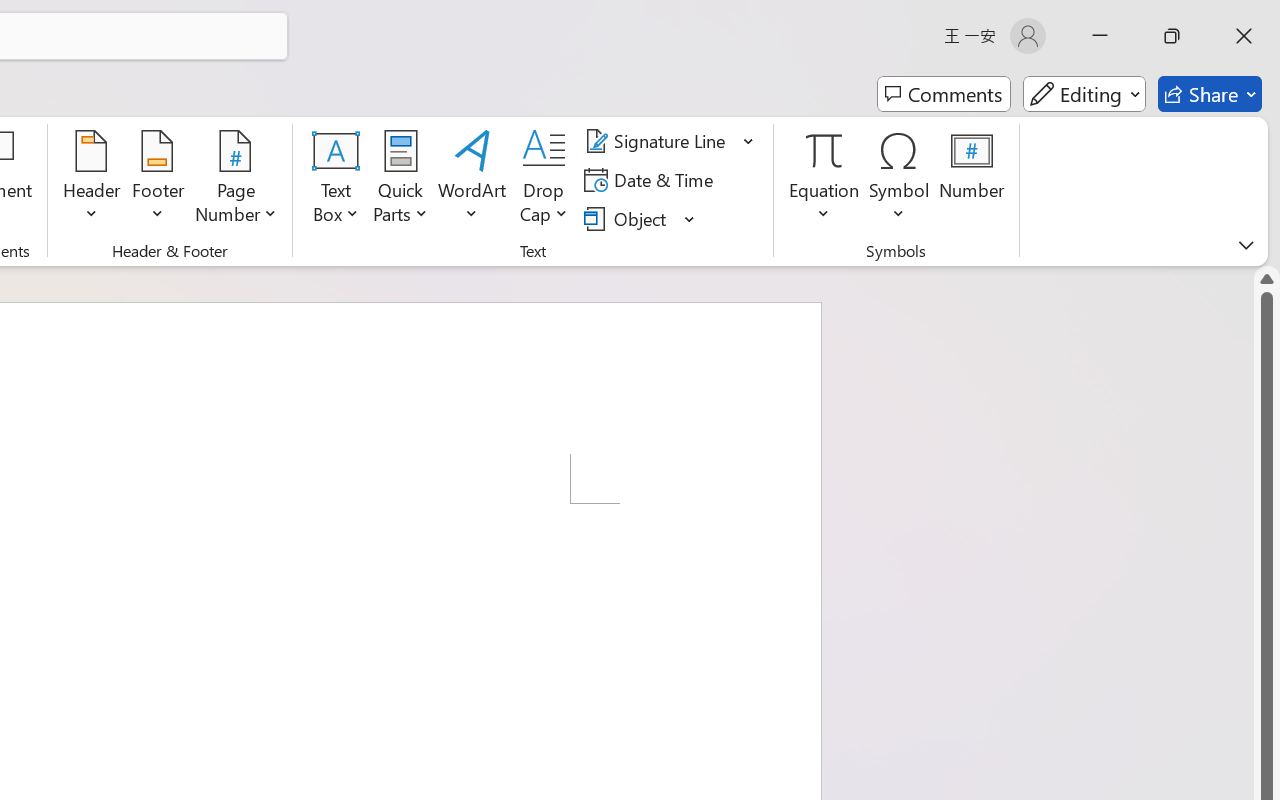 The width and height of the screenshot is (1280, 800). I want to click on 'Equation', so click(824, 150).